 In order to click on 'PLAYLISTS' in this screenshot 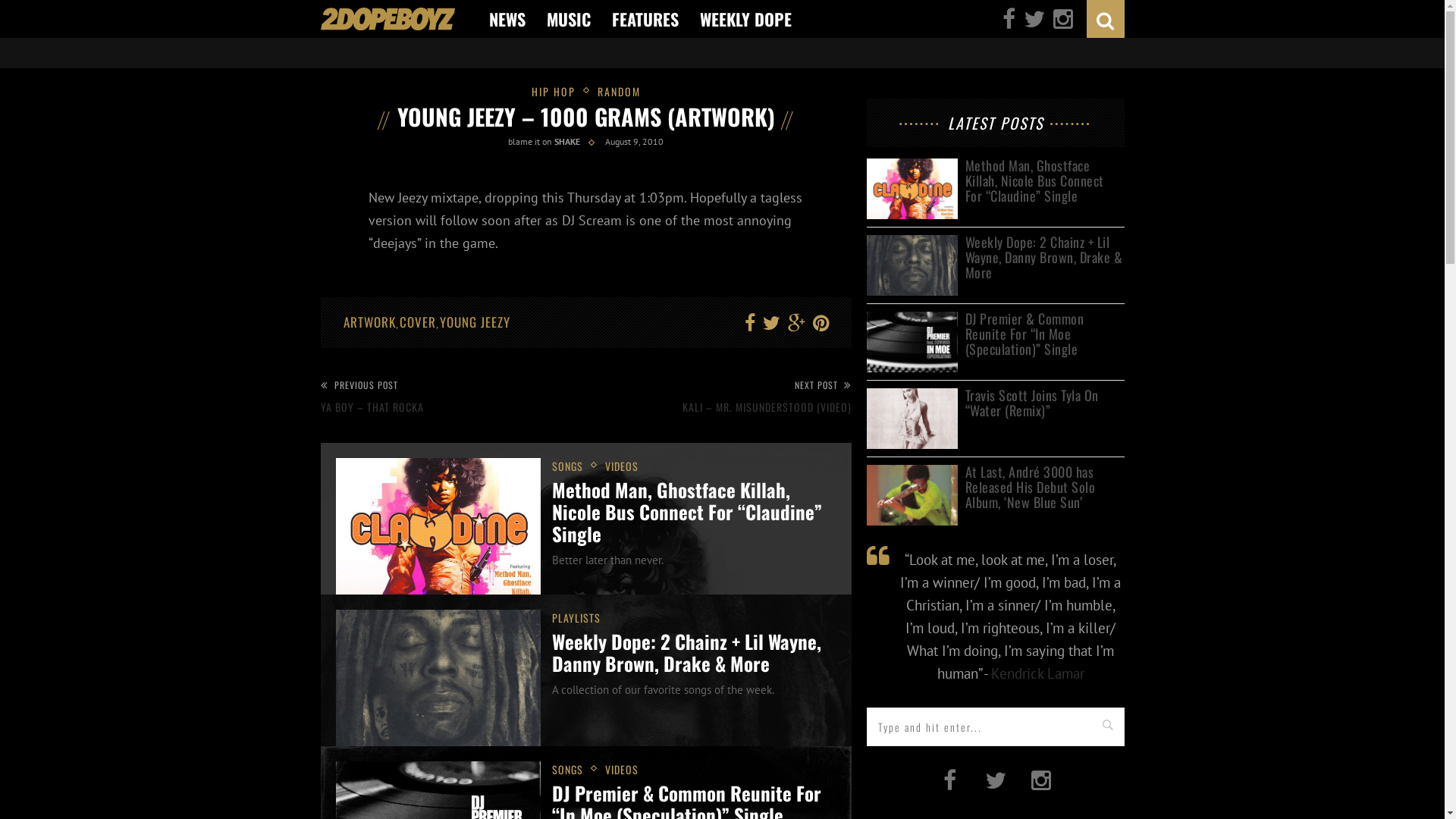, I will do `click(575, 617)`.